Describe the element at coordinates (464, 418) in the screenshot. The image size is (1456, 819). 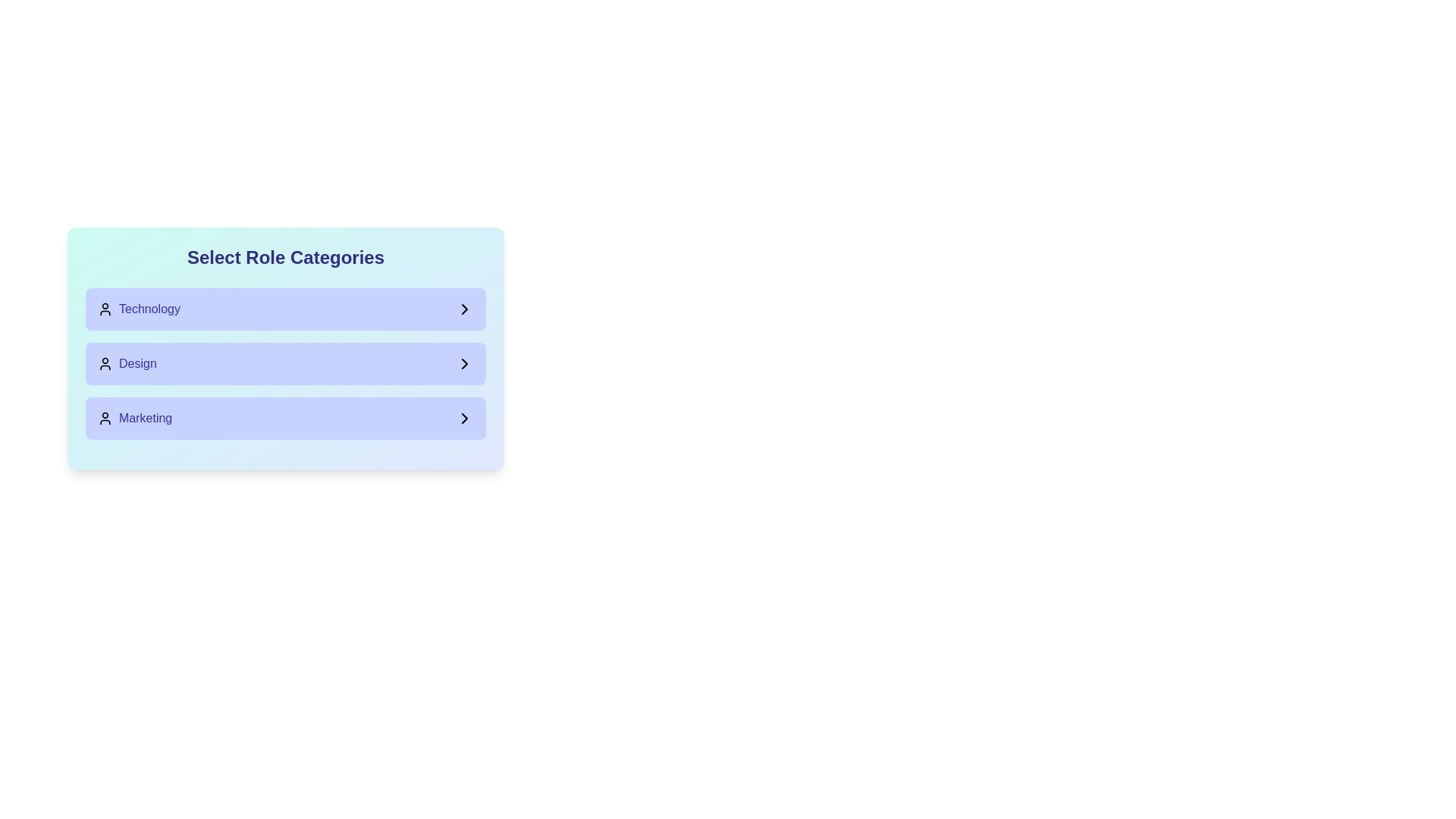
I see `the chevron icon located at the far right edge of the 'Marketing' section in the 'Select Role Categories' list` at that location.